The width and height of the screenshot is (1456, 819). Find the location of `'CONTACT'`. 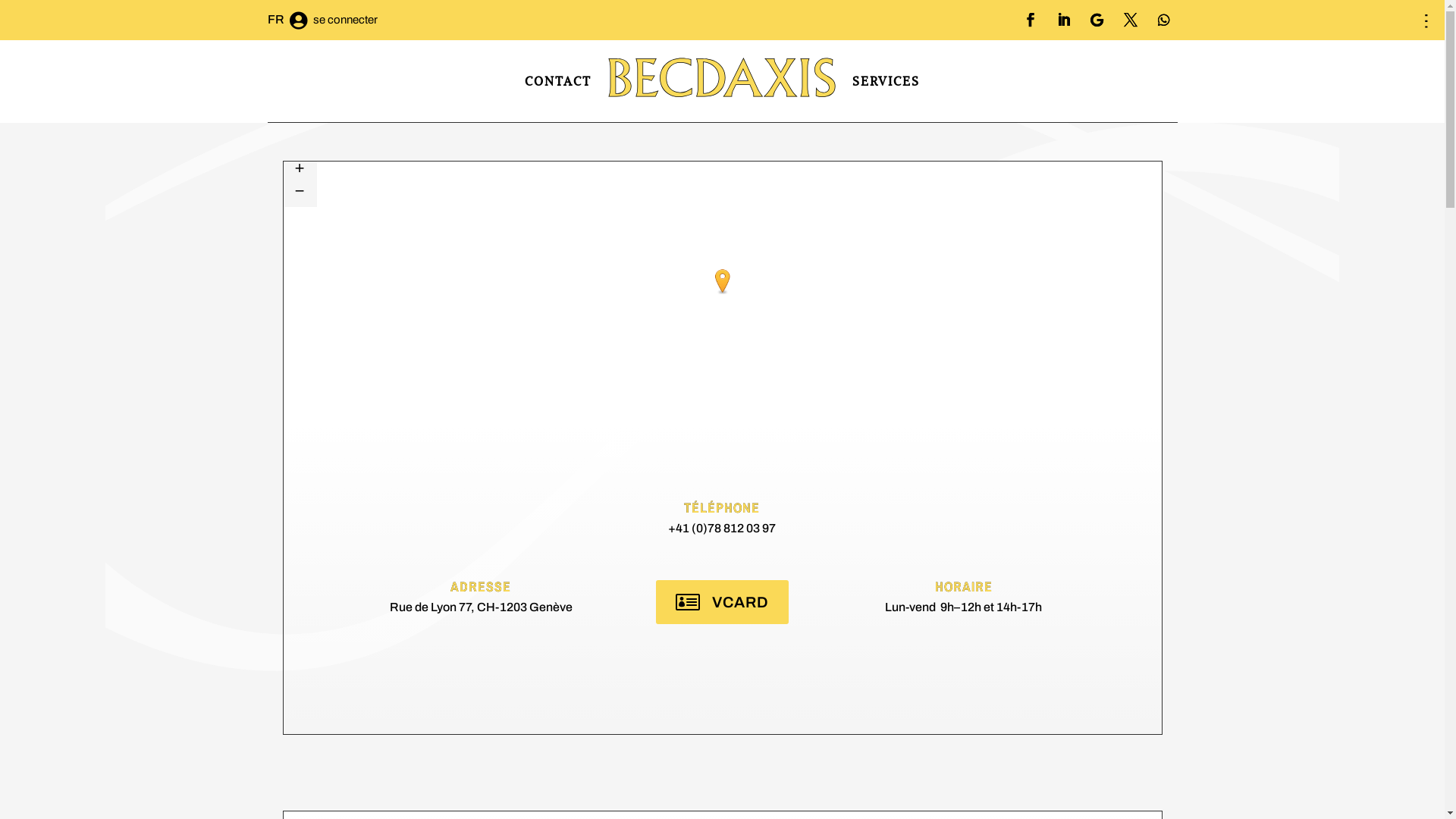

'CONTACT' is located at coordinates (557, 81).